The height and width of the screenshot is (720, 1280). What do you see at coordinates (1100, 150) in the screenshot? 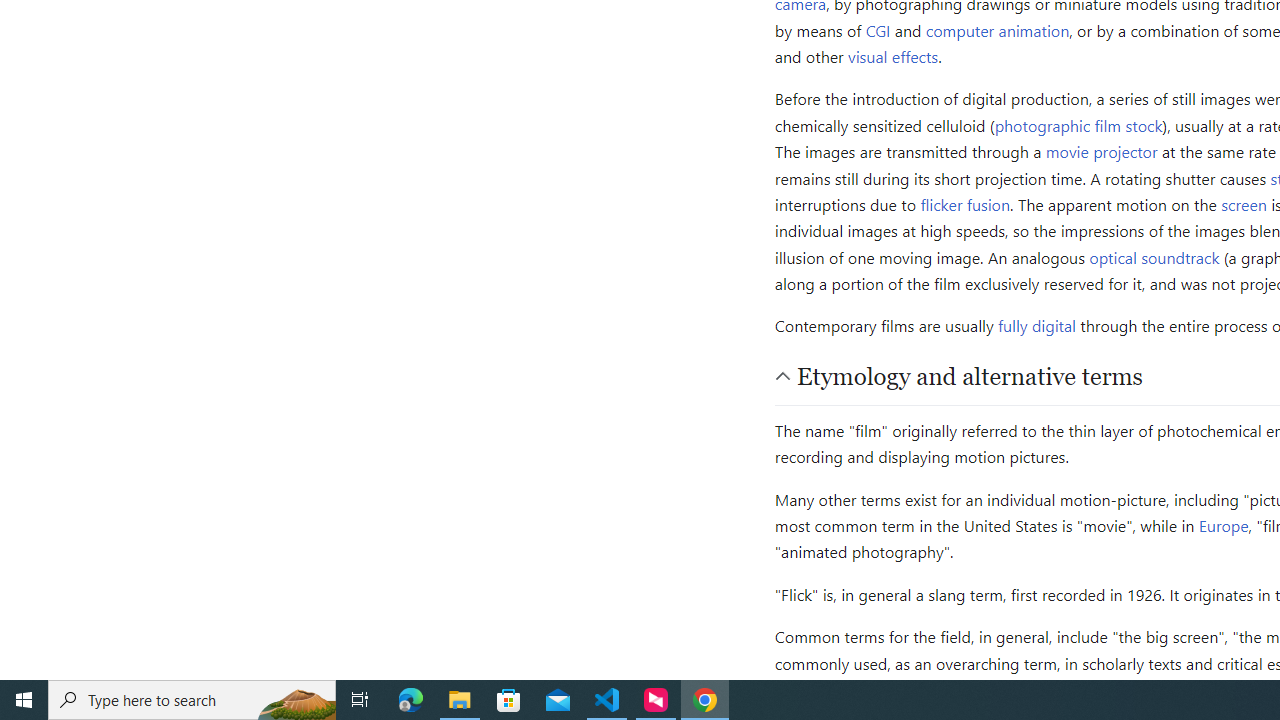
I see `'movie projector'` at bounding box center [1100, 150].